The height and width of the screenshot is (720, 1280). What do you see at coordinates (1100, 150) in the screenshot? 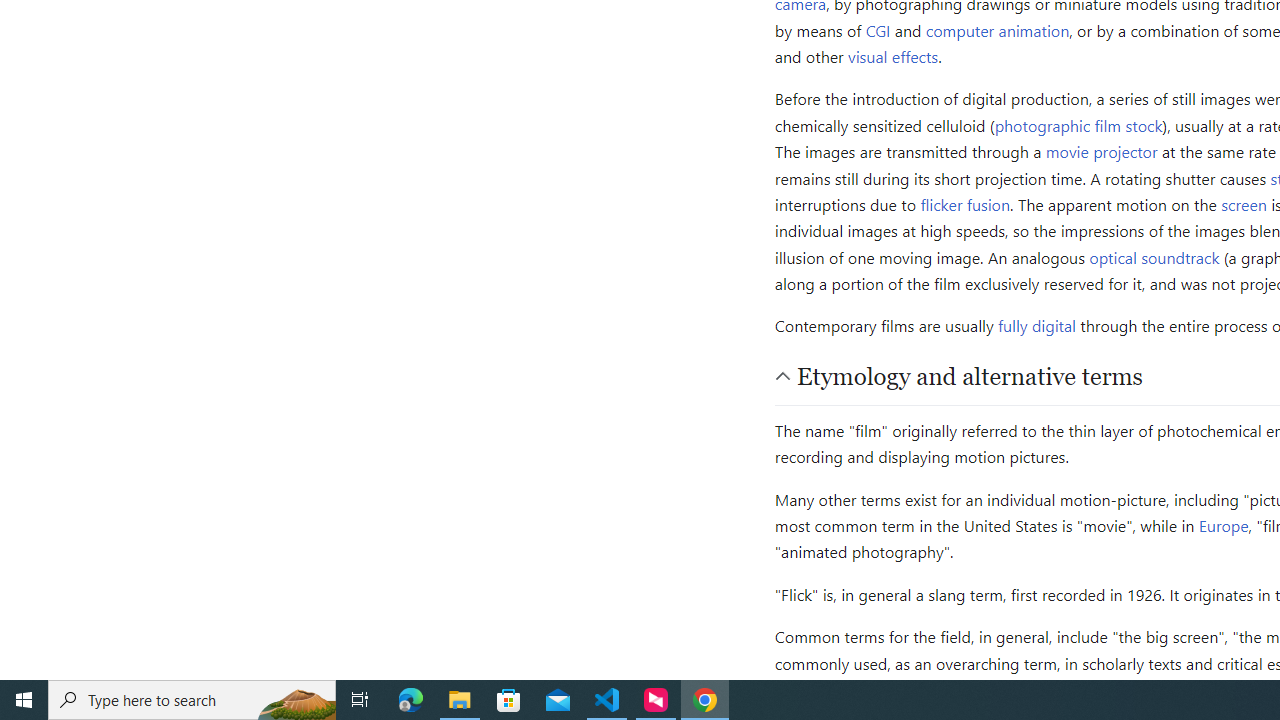
I see `'movie projector'` at bounding box center [1100, 150].